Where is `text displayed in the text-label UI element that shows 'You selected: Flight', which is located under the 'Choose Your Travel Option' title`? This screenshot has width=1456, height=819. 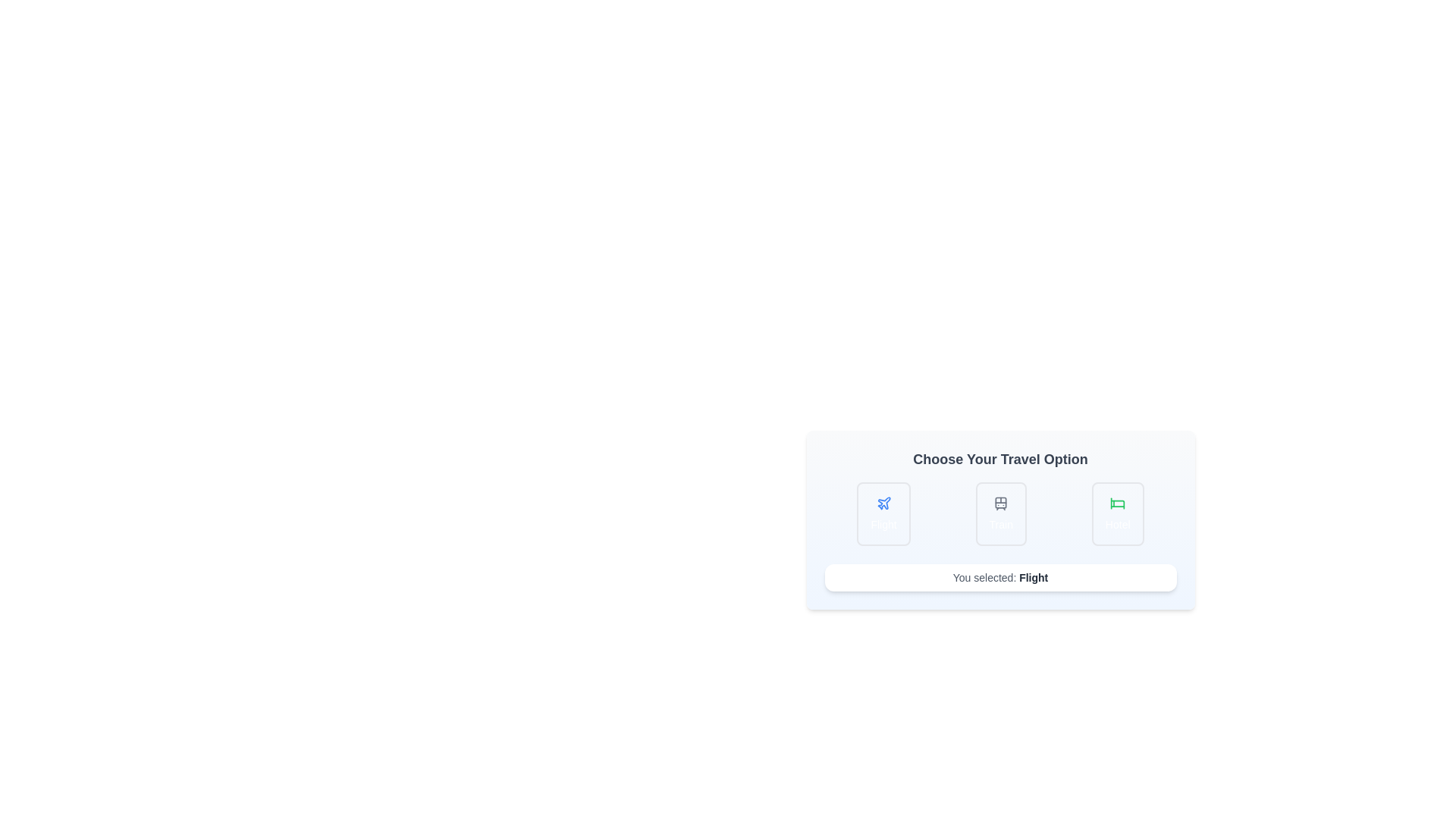
text displayed in the text-label UI element that shows 'You selected: Flight', which is located under the 'Choose Your Travel Option' title is located at coordinates (1000, 578).